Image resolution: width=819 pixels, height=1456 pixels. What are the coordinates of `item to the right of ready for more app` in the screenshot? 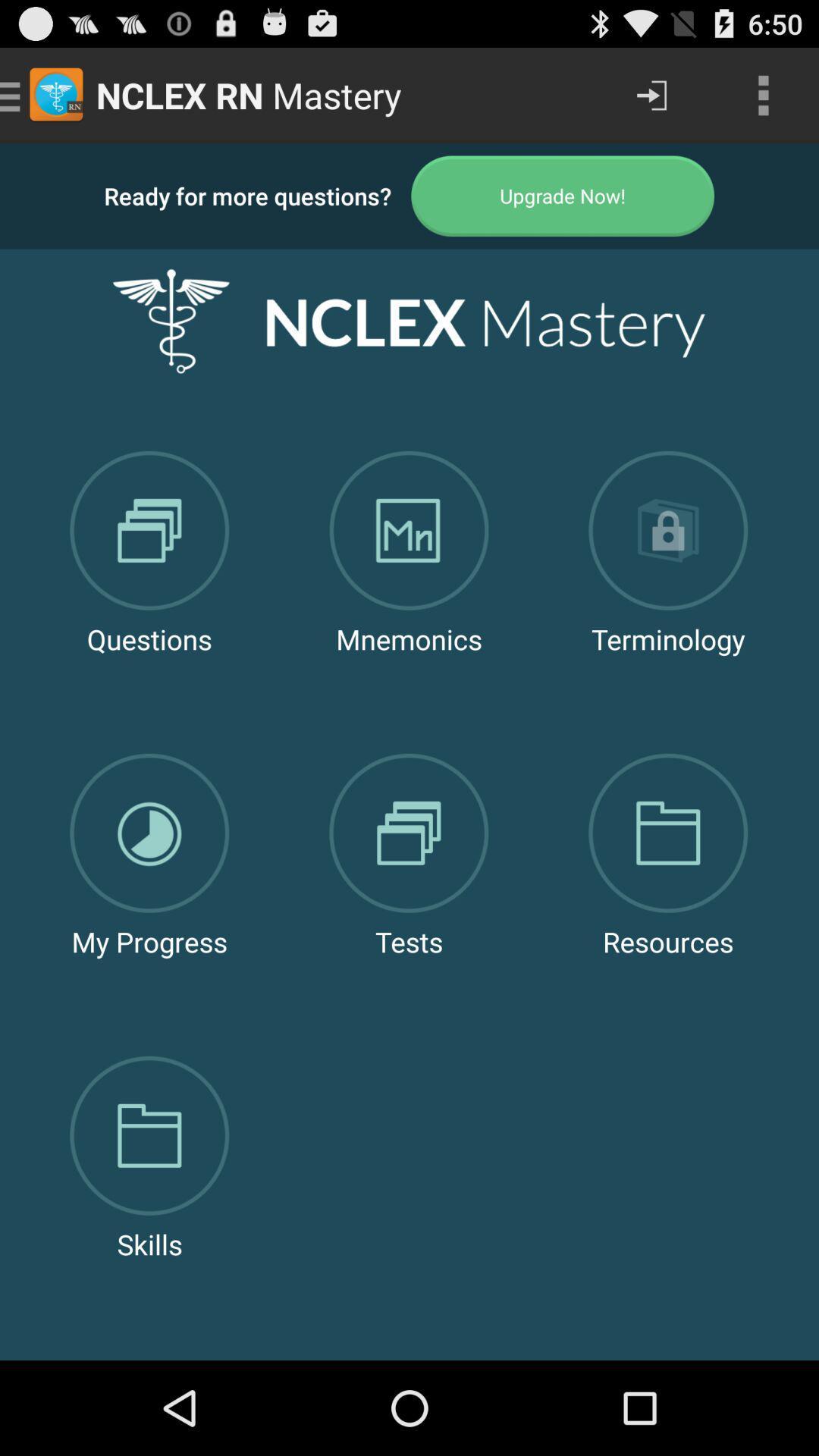 It's located at (563, 195).